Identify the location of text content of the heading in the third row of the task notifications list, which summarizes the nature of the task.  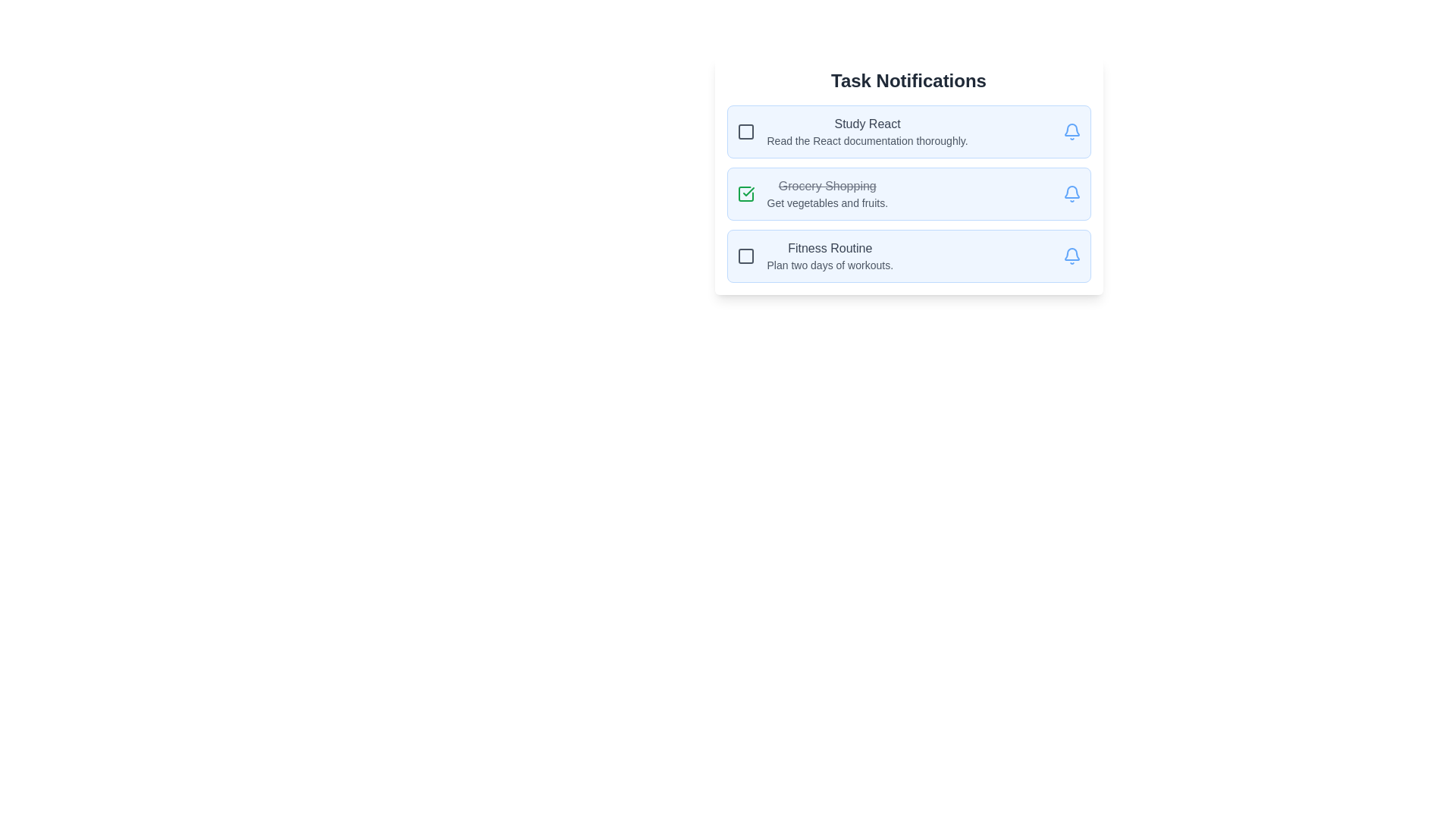
(829, 247).